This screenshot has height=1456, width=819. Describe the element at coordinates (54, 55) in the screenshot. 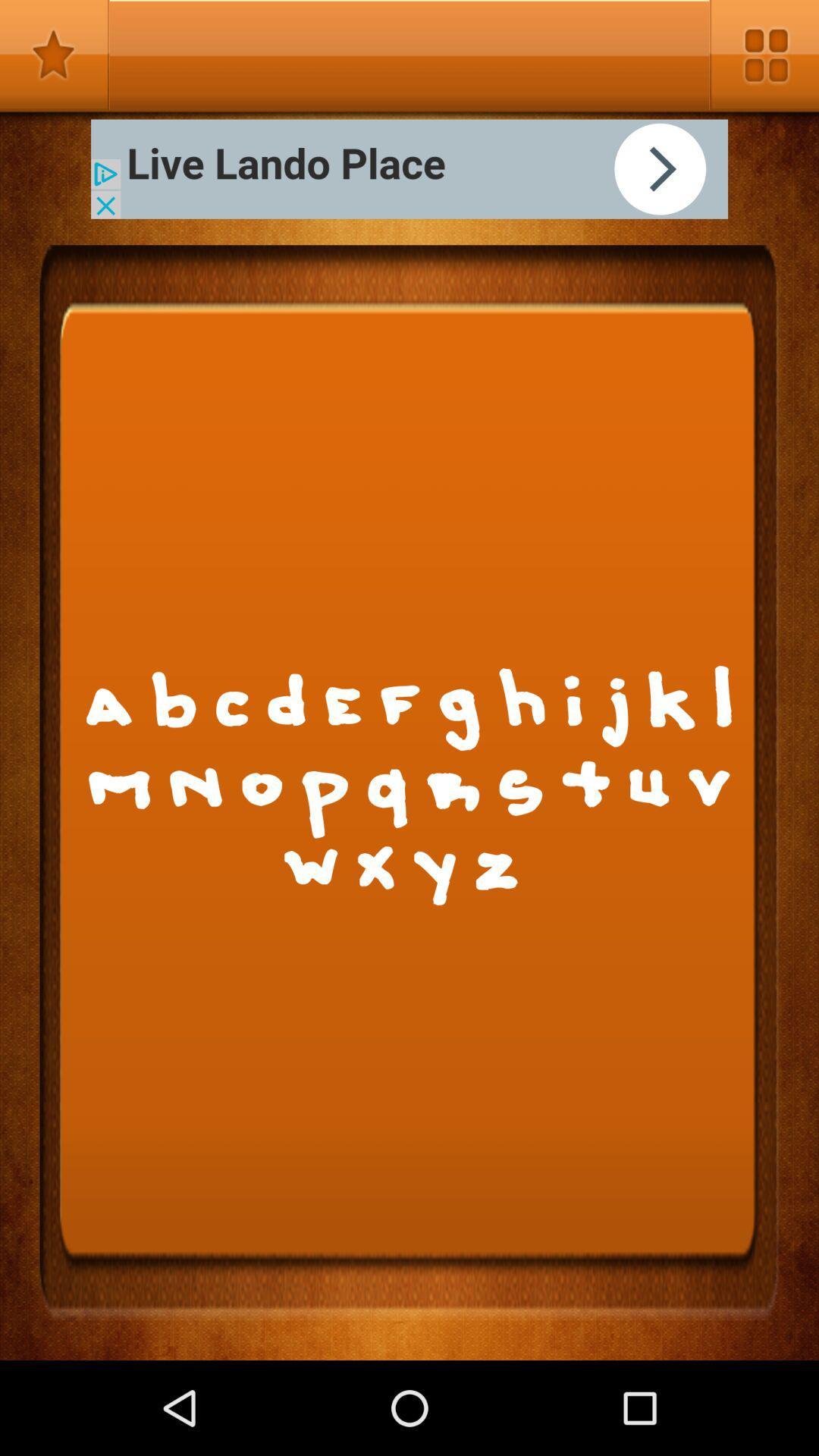

I see `it is a star key` at that location.